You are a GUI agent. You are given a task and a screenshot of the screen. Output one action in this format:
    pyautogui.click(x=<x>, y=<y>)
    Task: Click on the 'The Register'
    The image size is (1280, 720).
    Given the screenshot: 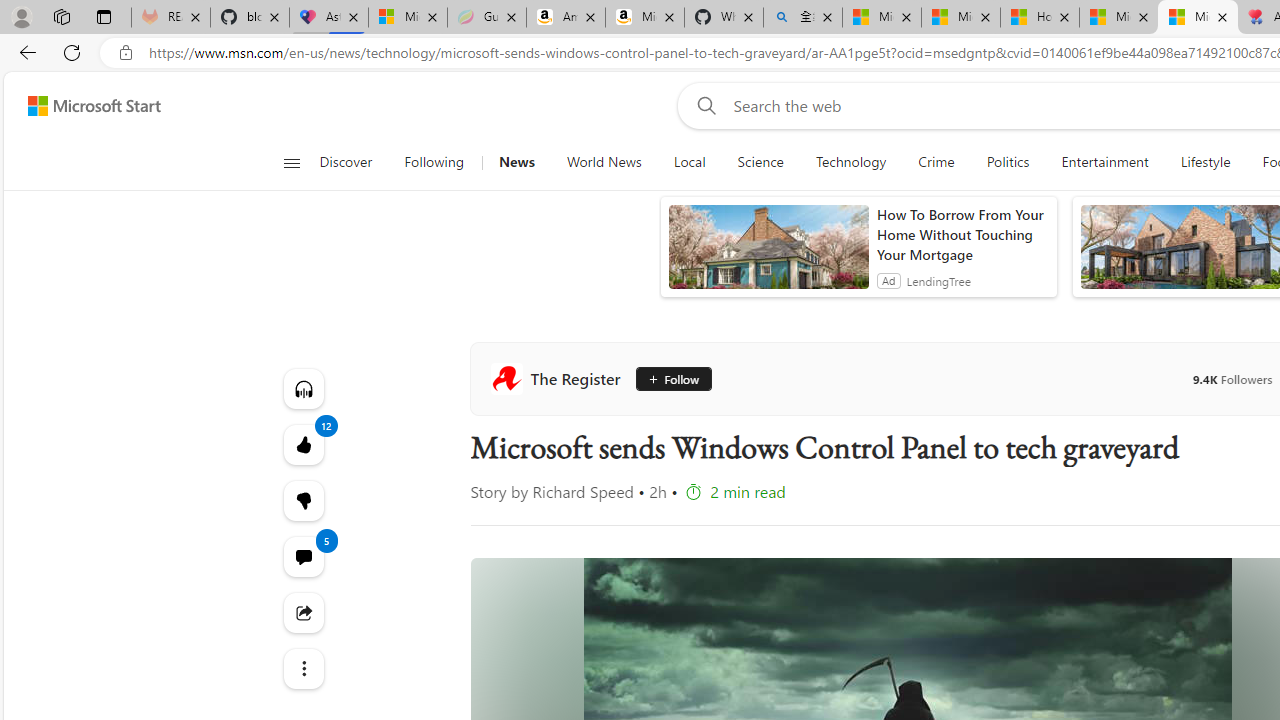 What is the action you would take?
    pyautogui.click(x=559, y=379)
    